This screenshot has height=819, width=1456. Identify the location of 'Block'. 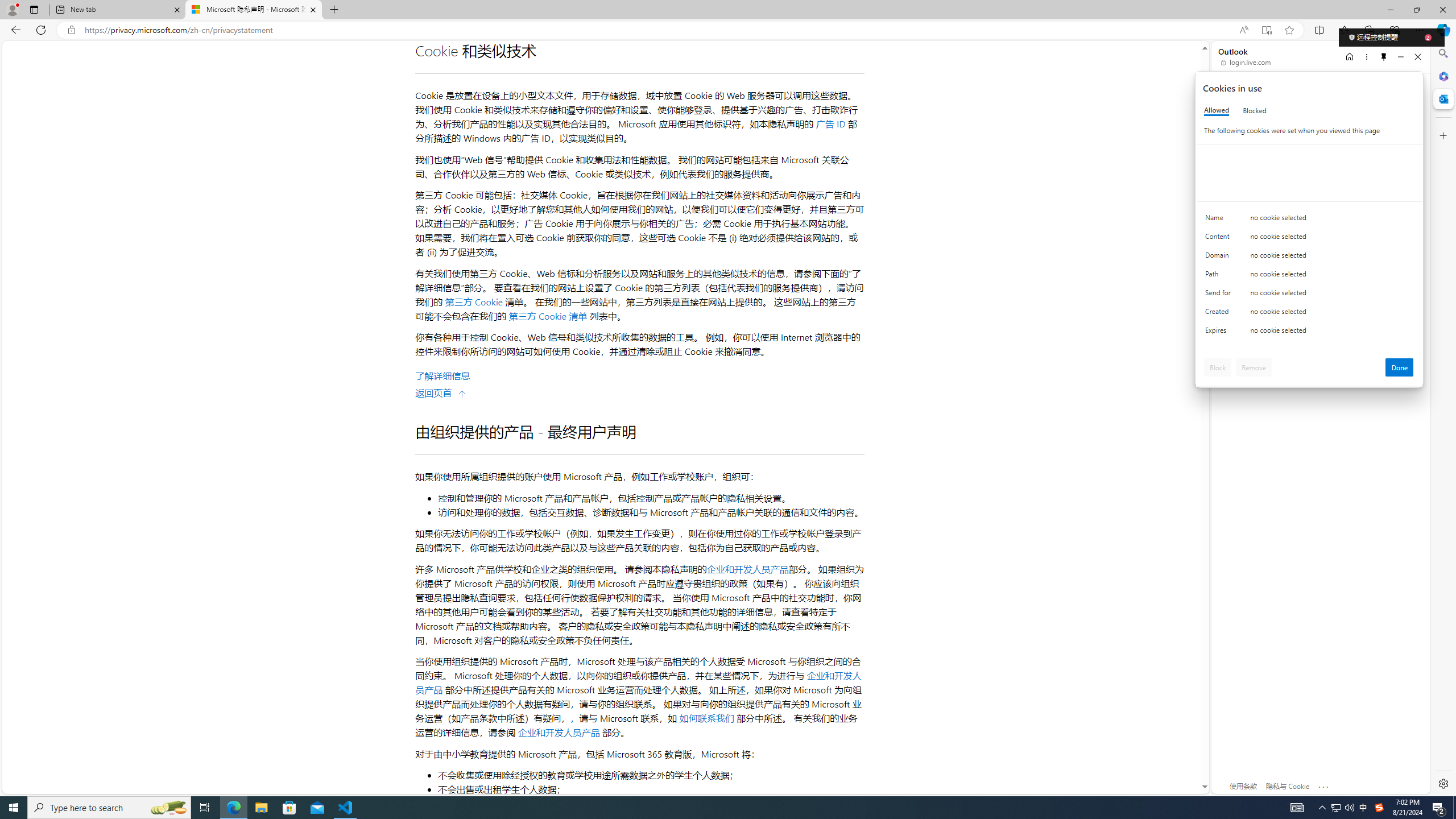
(1217, 367).